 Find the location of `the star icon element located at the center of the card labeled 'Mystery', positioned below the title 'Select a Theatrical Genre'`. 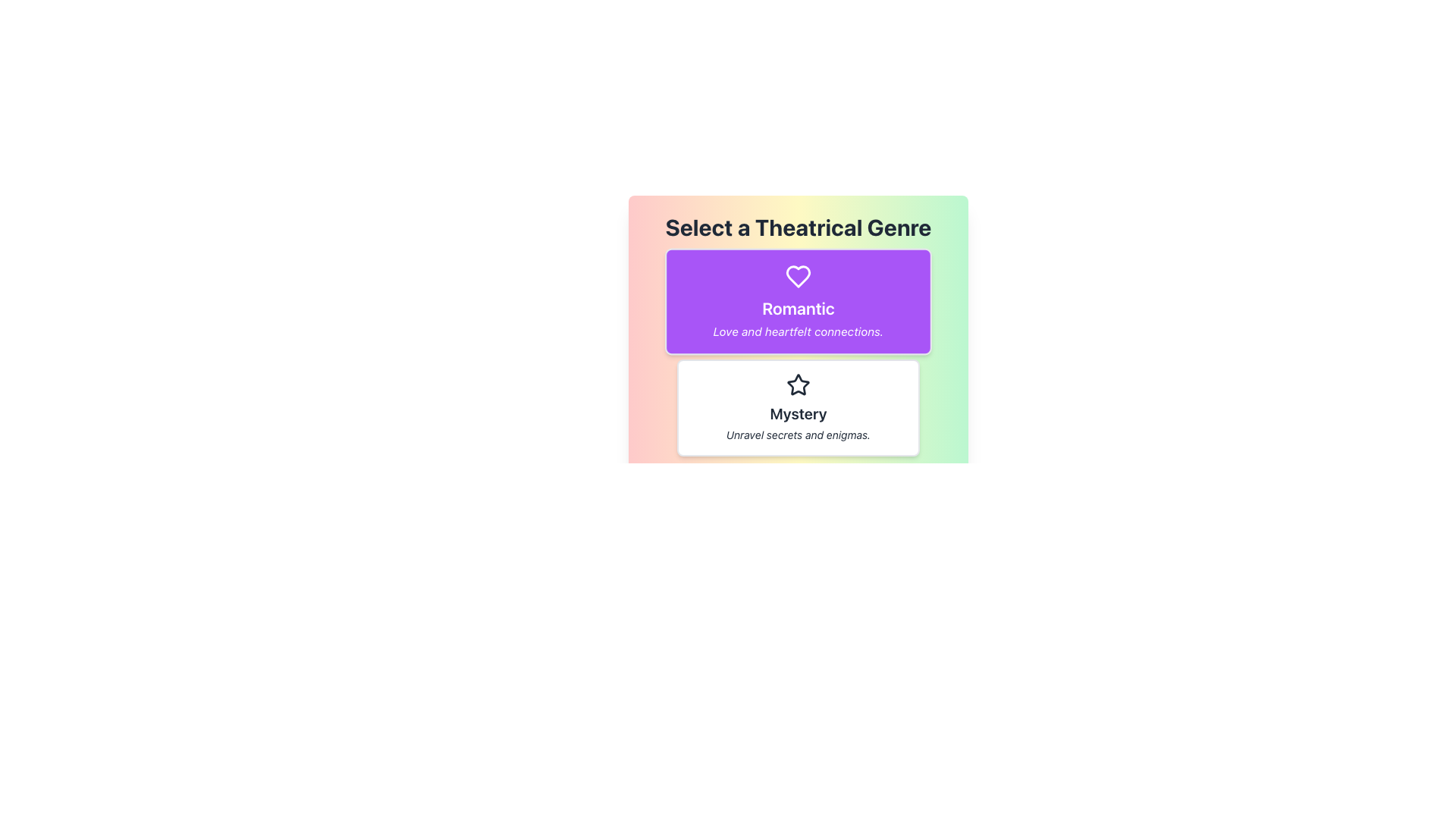

the star icon element located at the center of the card labeled 'Mystery', positioned below the title 'Select a Theatrical Genre' is located at coordinates (797, 384).